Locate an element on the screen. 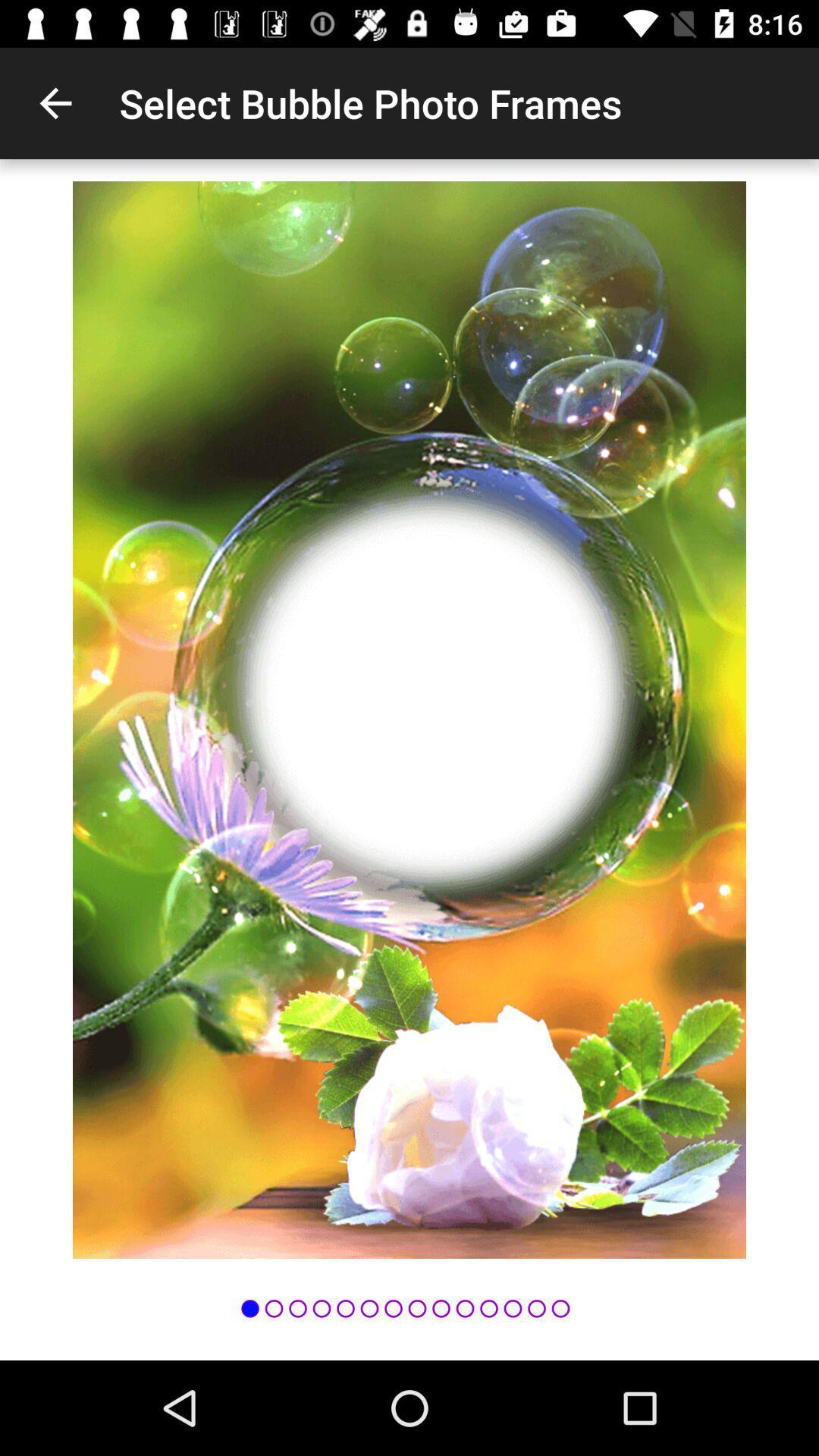  the icon at the top left corner is located at coordinates (55, 102).